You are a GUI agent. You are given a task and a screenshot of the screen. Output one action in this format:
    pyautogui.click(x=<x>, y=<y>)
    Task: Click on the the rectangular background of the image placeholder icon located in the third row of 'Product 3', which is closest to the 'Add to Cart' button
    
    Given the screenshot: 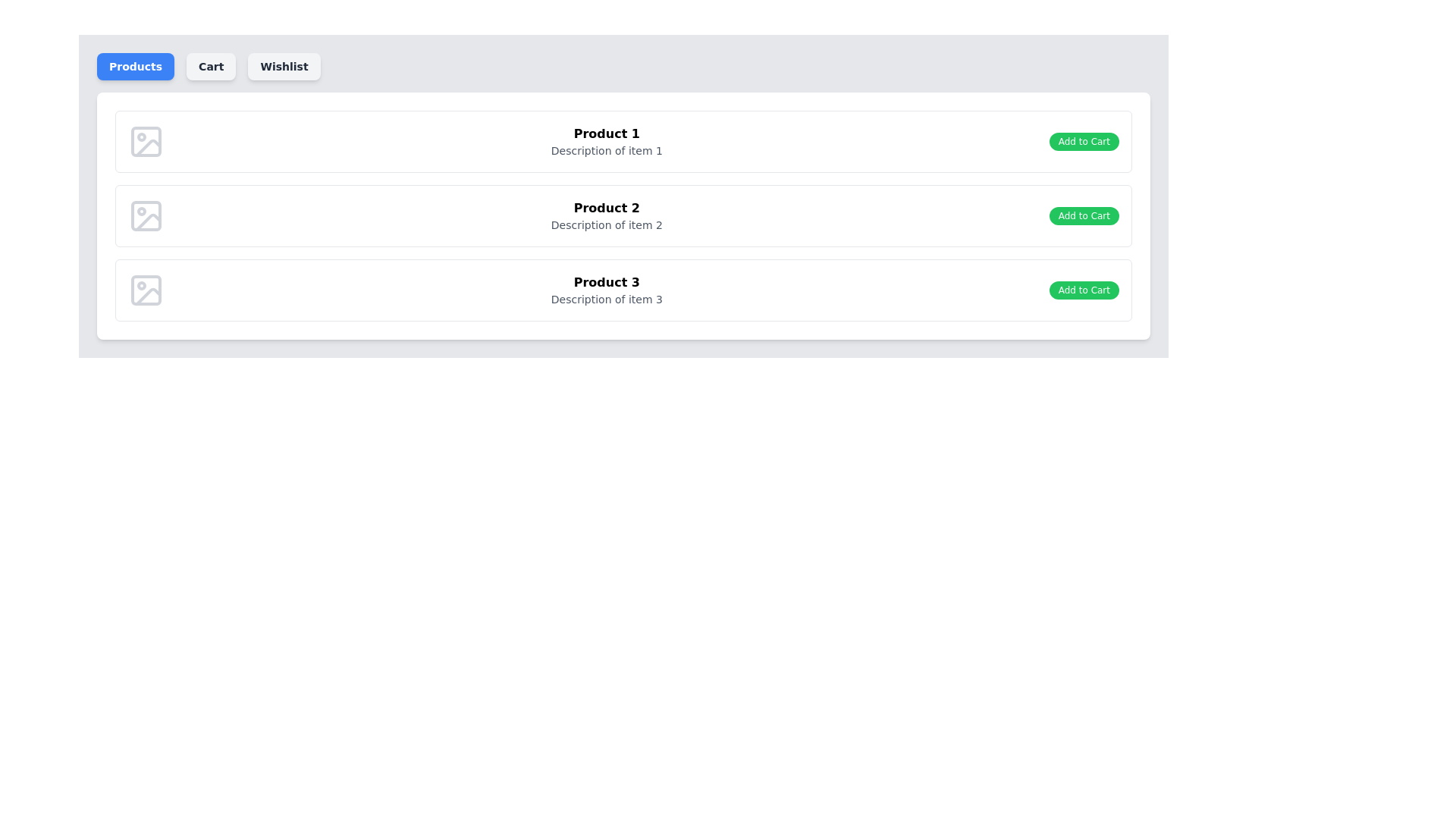 What is the action you would take?
    pyautogui.click(x=146, y=290)
    